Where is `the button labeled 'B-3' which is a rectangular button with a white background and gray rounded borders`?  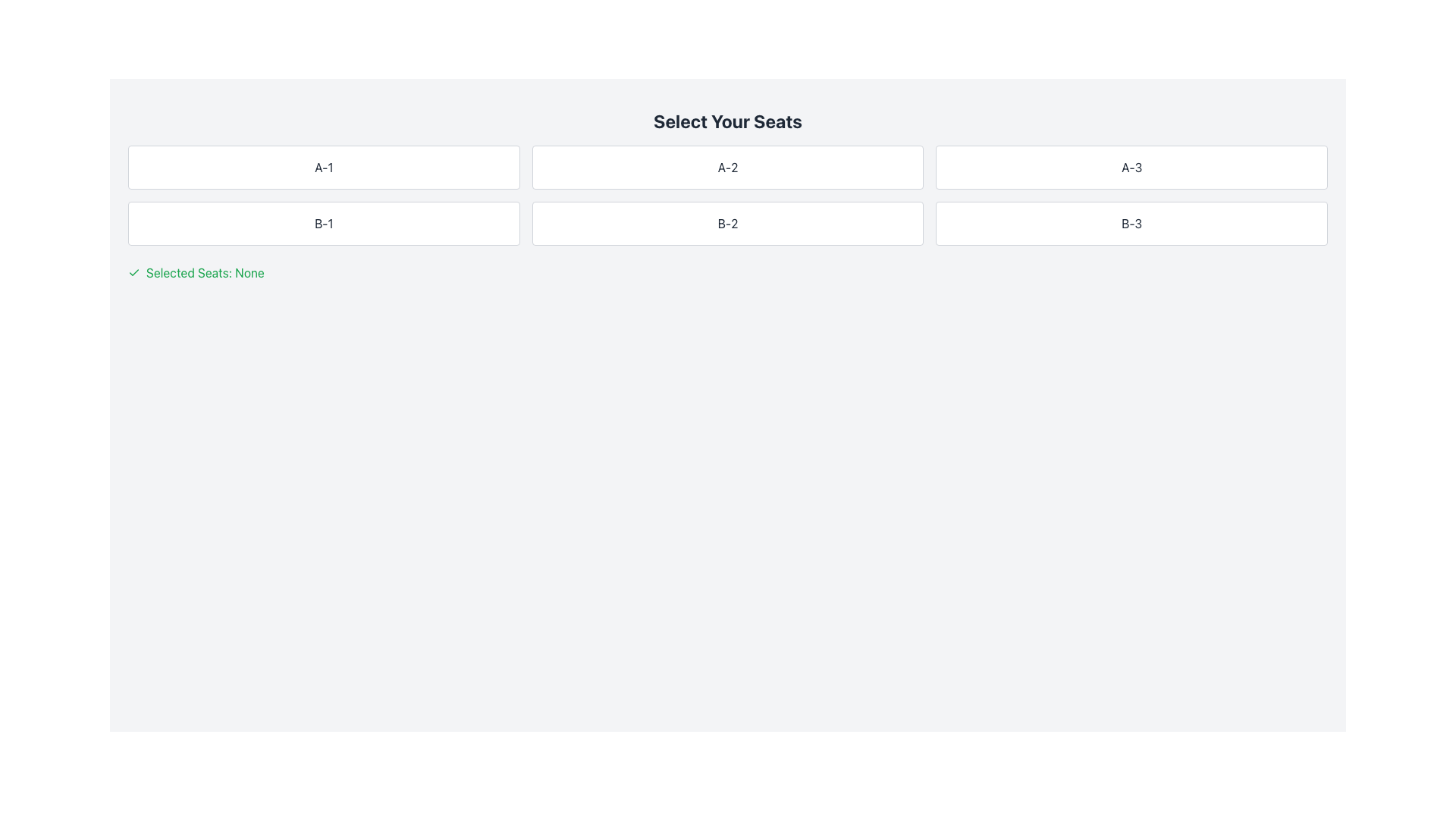 the button labeled 'B-3' which is a rectangular button with a white background and gray rounded borders is located at coordinates (1131, 223).